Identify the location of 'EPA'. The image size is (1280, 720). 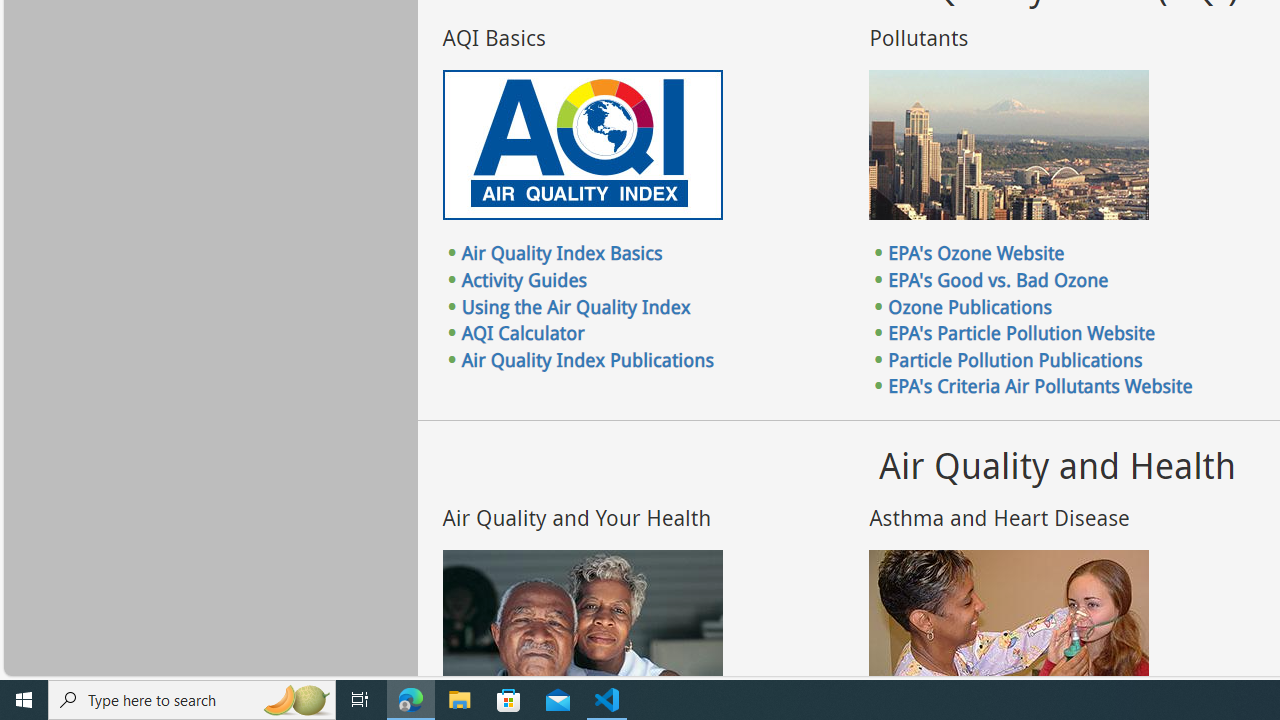
(998, 279).